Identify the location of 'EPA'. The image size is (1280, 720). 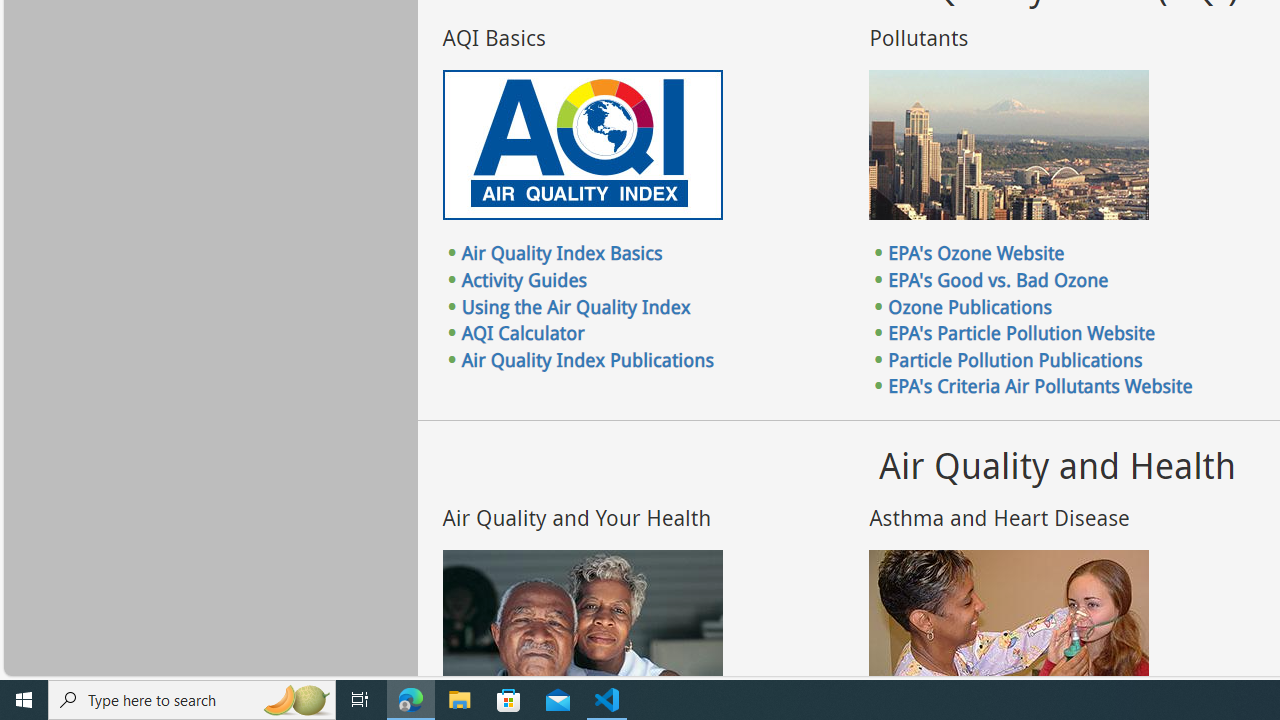
(998, 279).